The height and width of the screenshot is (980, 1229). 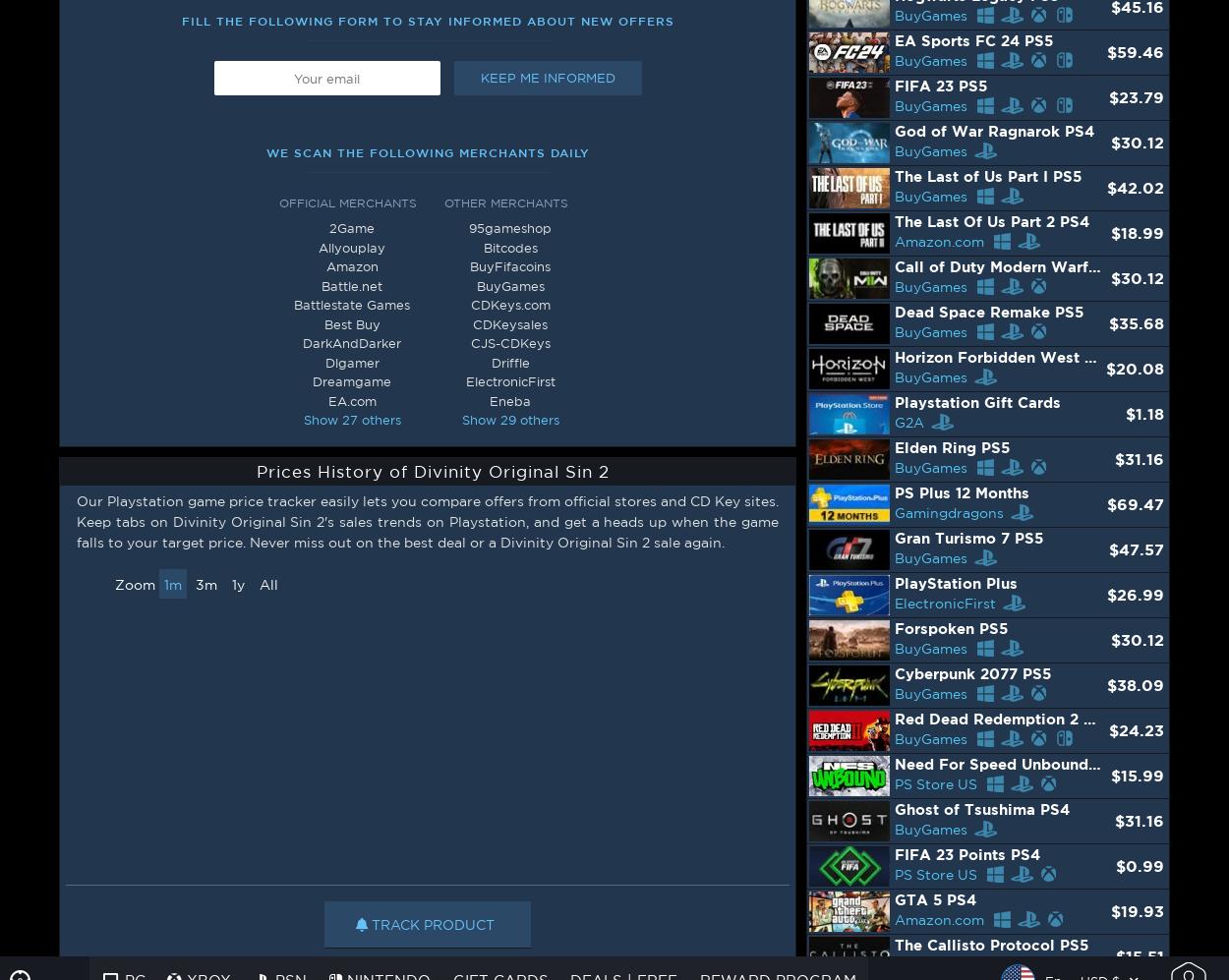 What do you see at coordinates (81, 932) in the screenshot?
I see `'Allkeyshop Extension
									?'` at bounding box center [81, 932].